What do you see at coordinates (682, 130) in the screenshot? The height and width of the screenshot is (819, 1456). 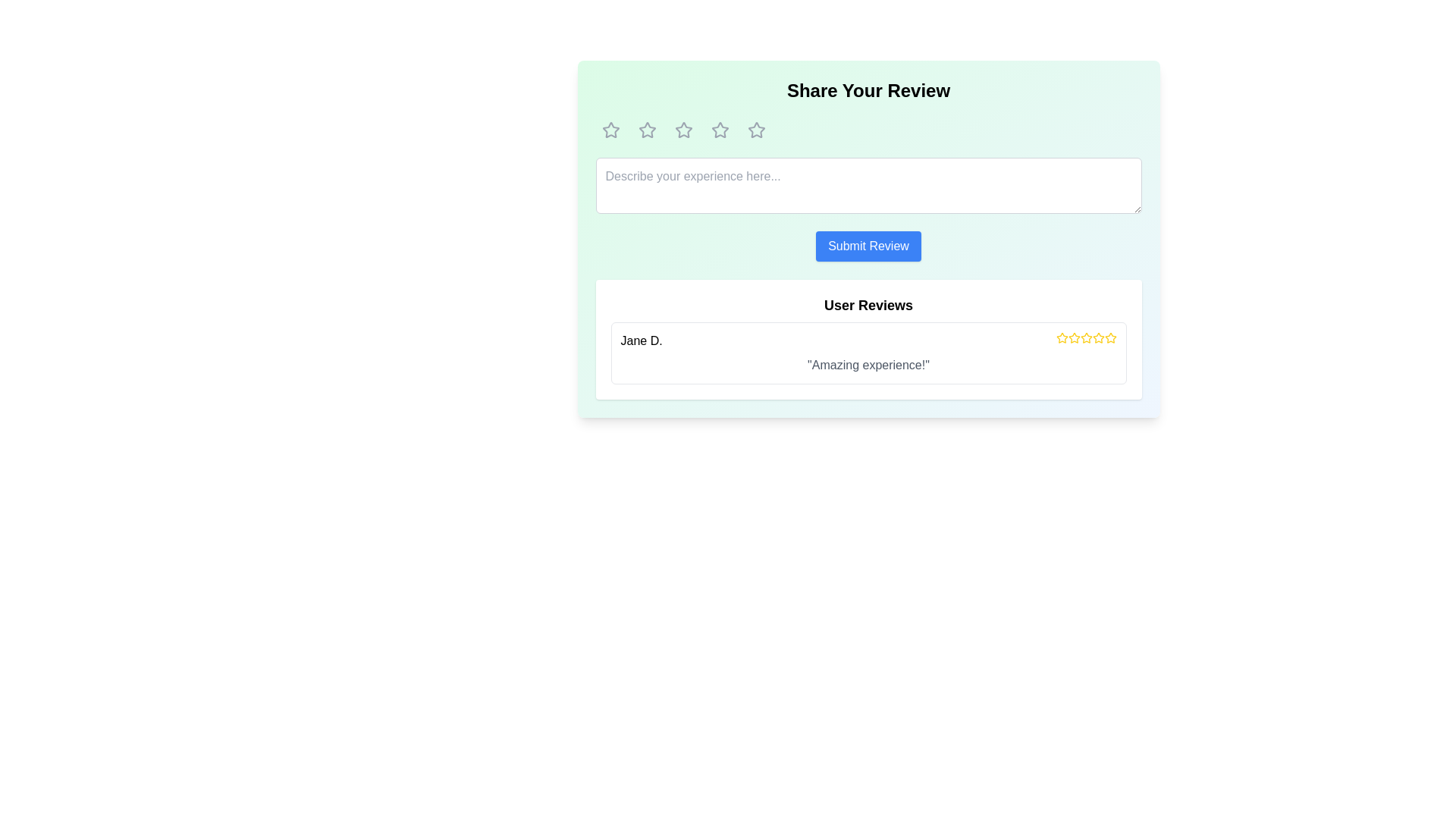 I see `the third star icon in the horizontal row of five star icons to rate it in the 'Share Your Review' section` at bounding box center [682, 130].